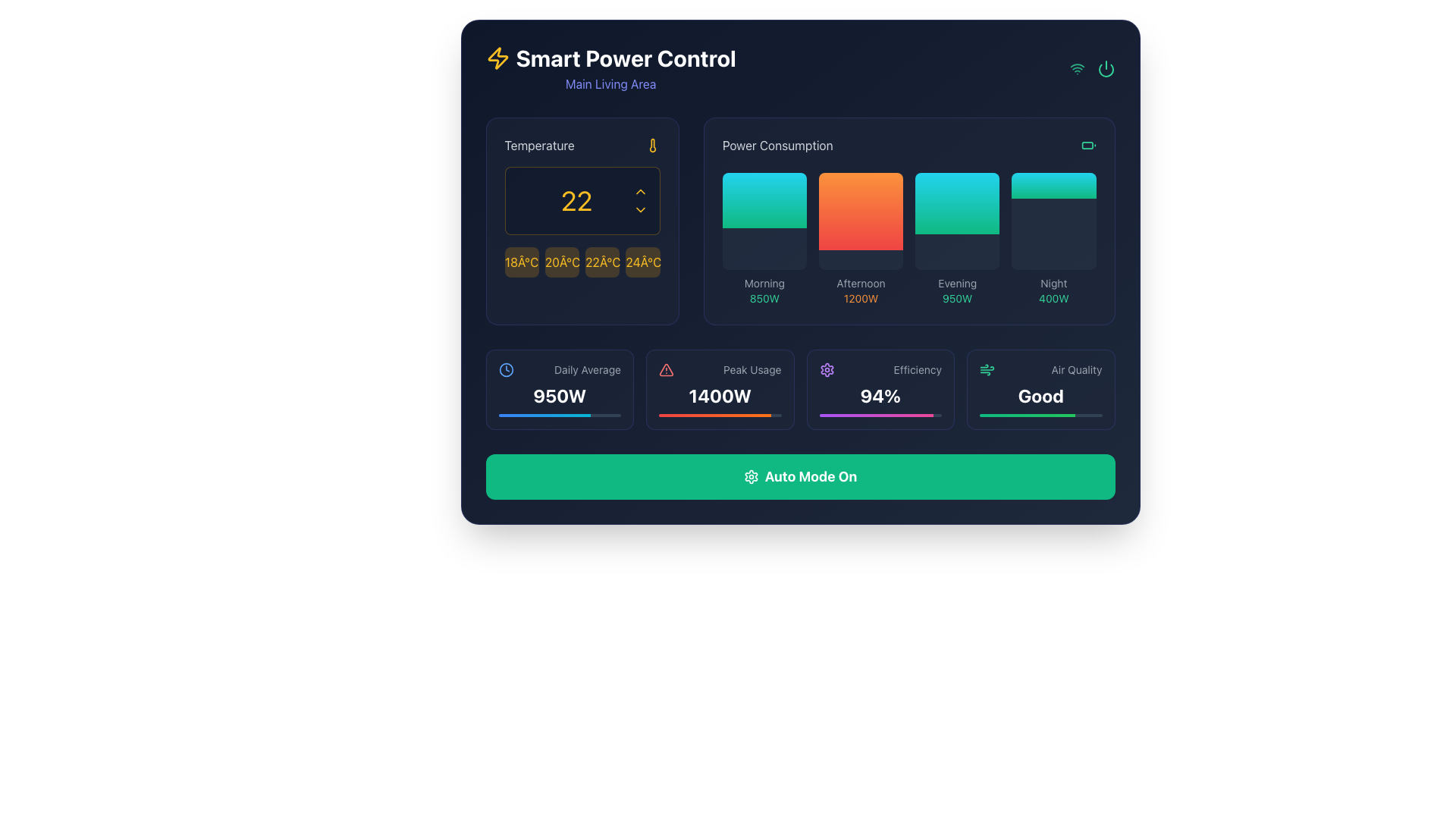 Image resolution: width=1456 pixels, height=819 pixels. What do you see at coordinates (799, 221) in the screenshot?
I see `the gradient bars for power consumption in the Grid Layout under the 'Main Living Area' heading of the 'Smart Power Control' interface` at bounding box center [799, 221].